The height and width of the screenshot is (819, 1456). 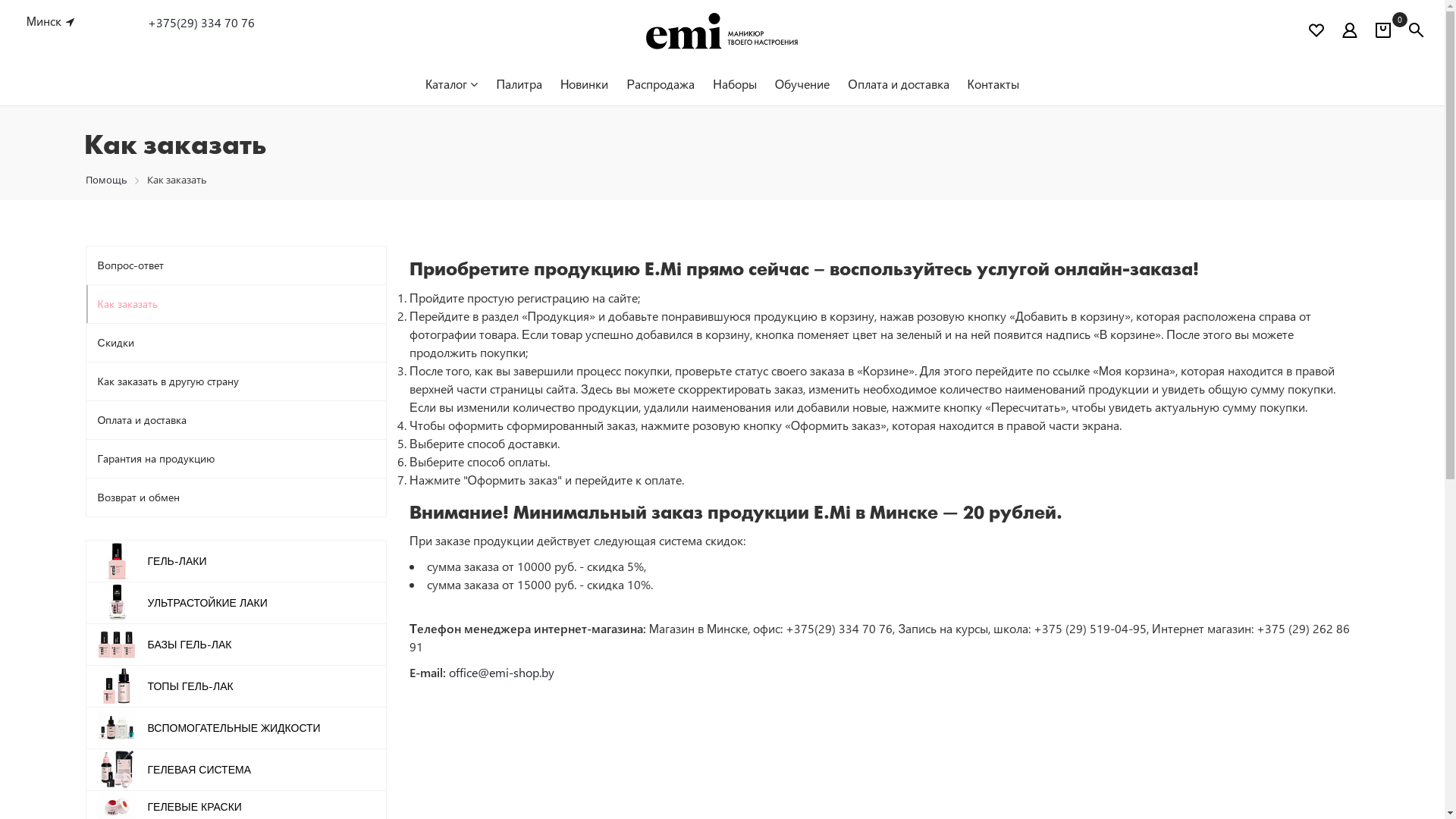 What do you see at coordinates (501, 671) in the screenshot?
I see `'office@emi-shop.by'` at bounding box center [501, 671].